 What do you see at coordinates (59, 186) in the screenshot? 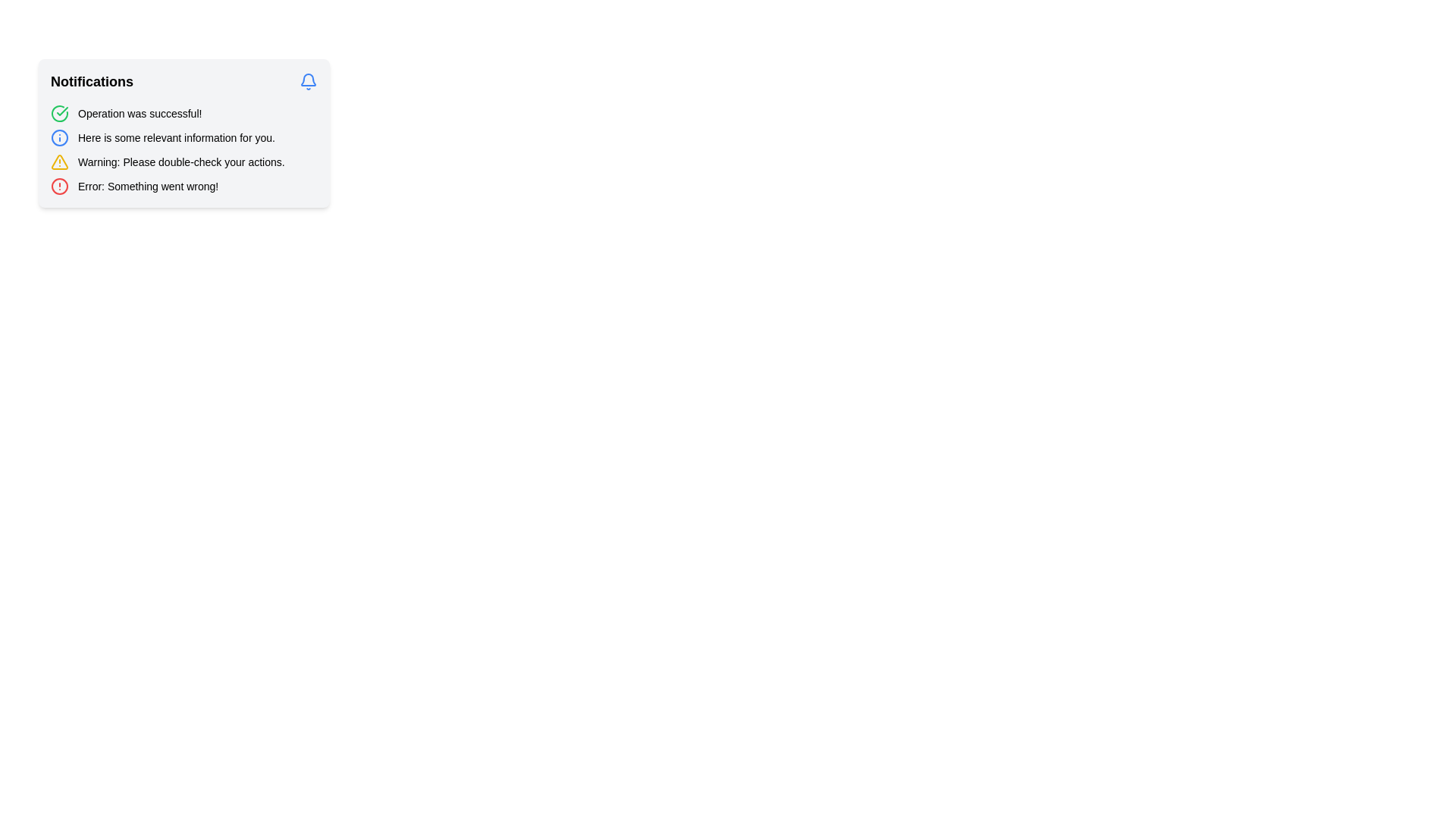
I see `the red circular icon with a white interior, which is part of the error notification and located to the left of the text 'Error: Something went wrong!'` at bounding box center [59, 186].